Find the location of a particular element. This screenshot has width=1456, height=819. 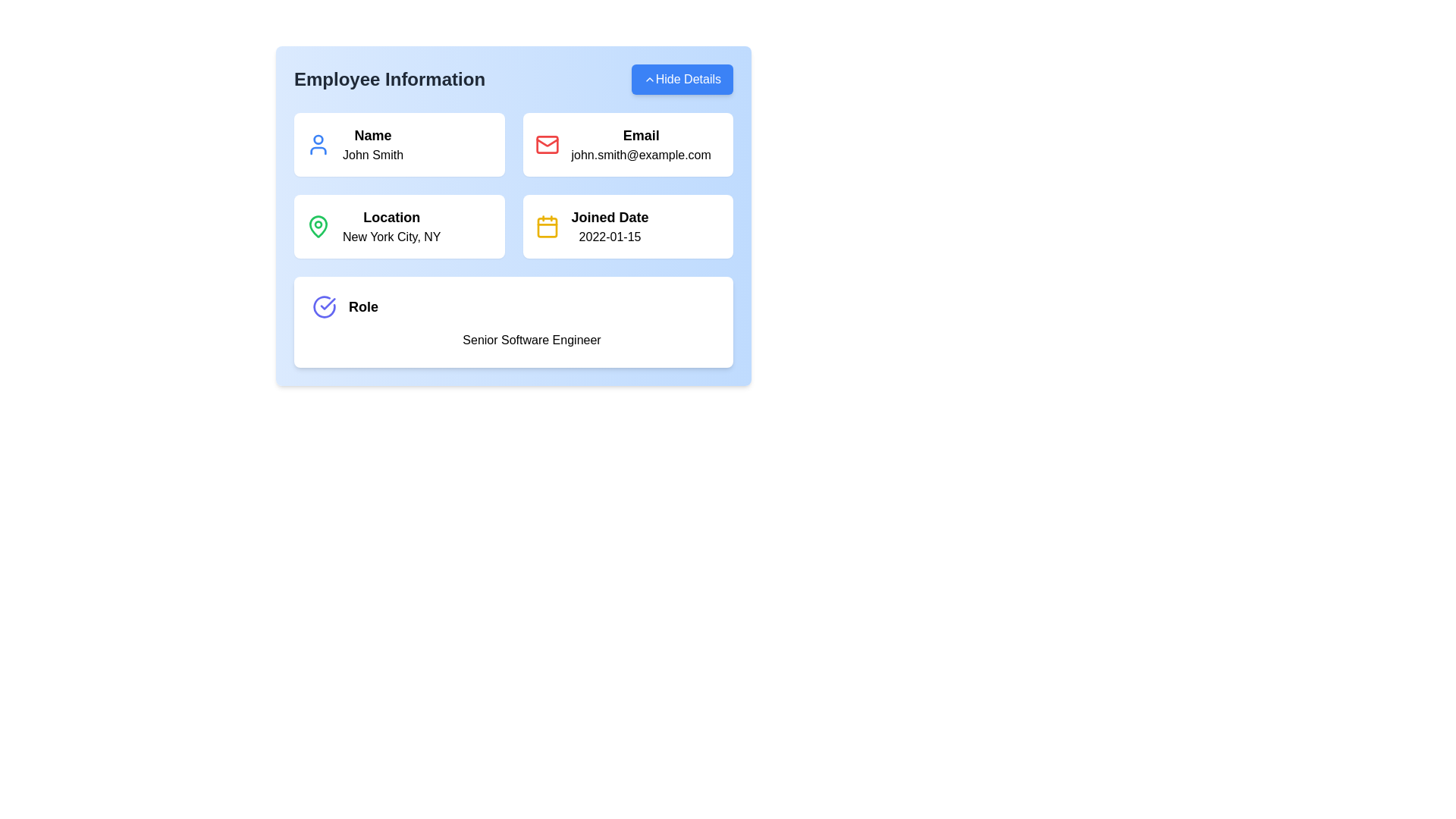

the static text element labeled 'Role', which is positioned to the right of a checked circle icon, serving as a descriptive label is located at coordinates (362, 307).